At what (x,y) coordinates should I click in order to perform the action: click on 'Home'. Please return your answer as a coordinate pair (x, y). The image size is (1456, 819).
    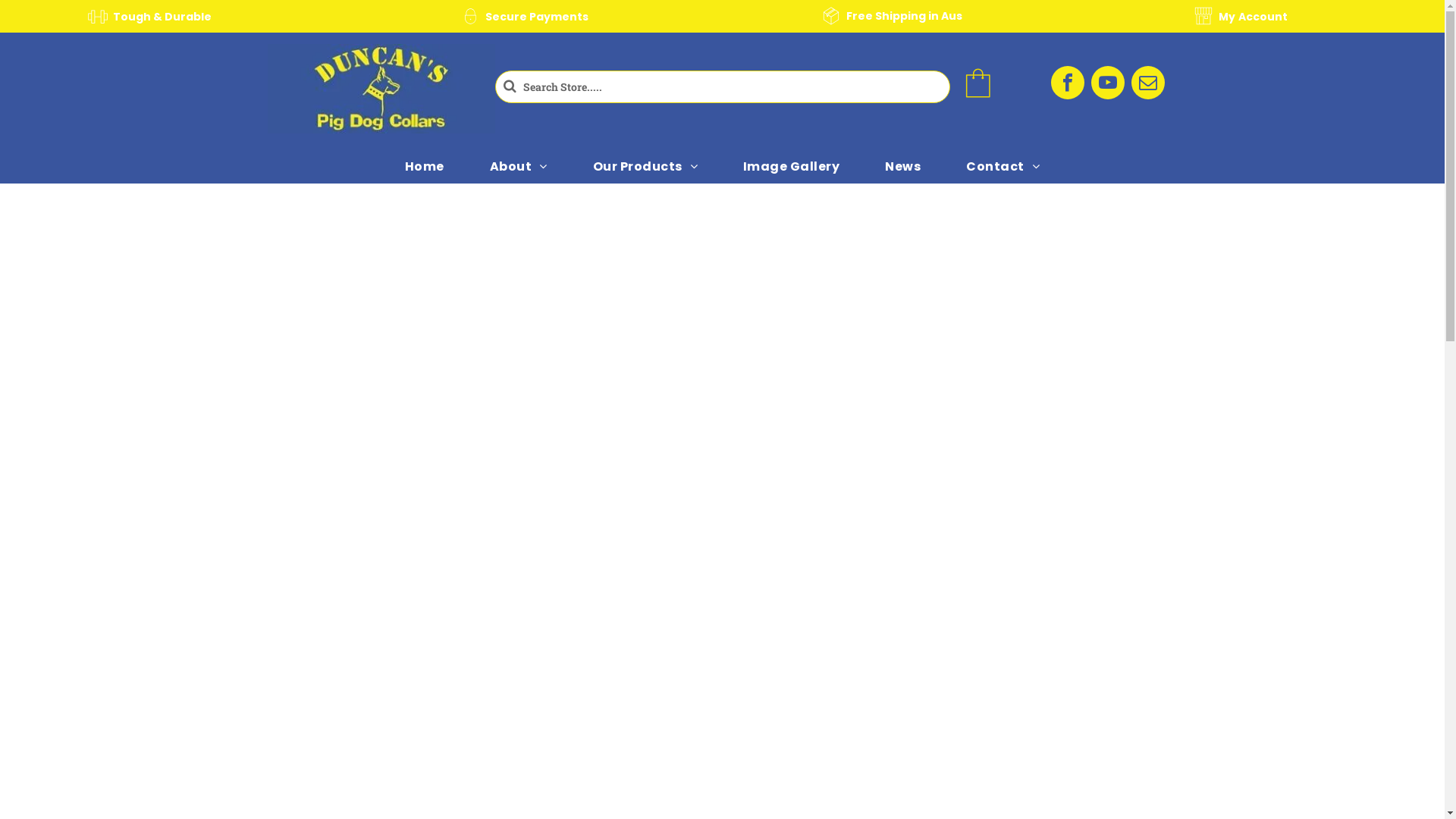
    Looking at the image, I should click on (382, 166).